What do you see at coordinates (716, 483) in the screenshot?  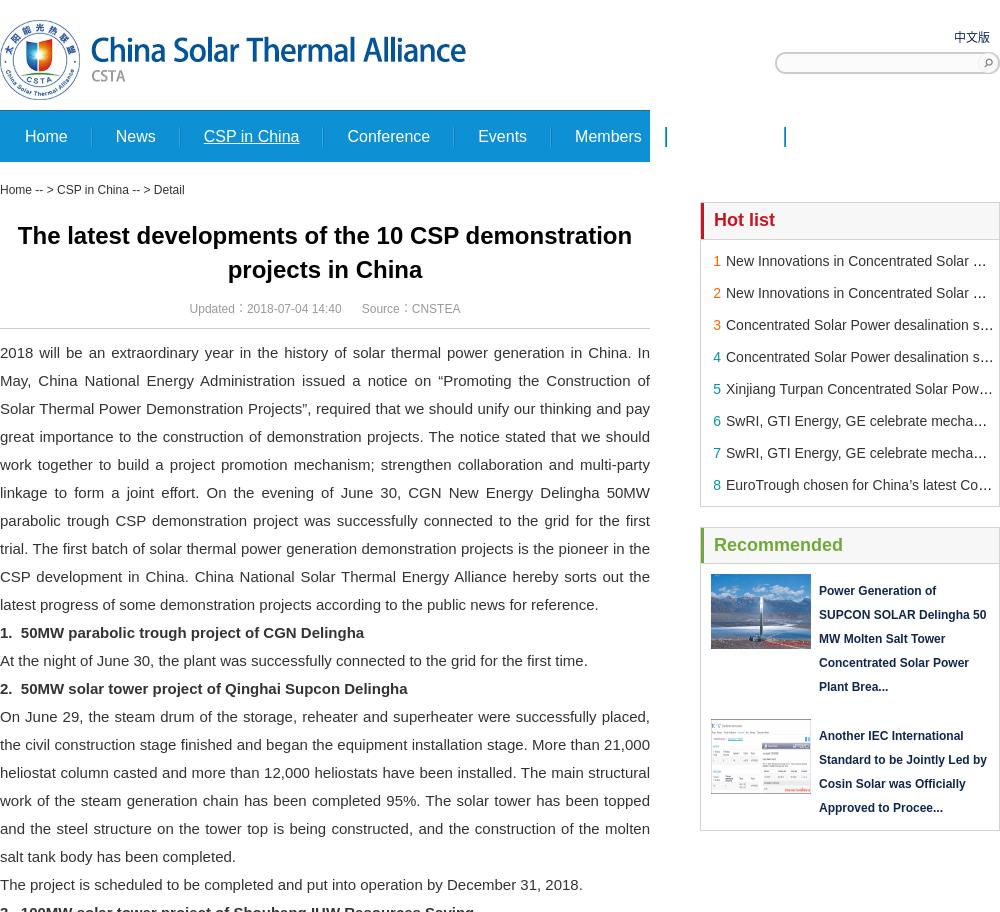 I see `'8'` at bounding box center [716, 483].